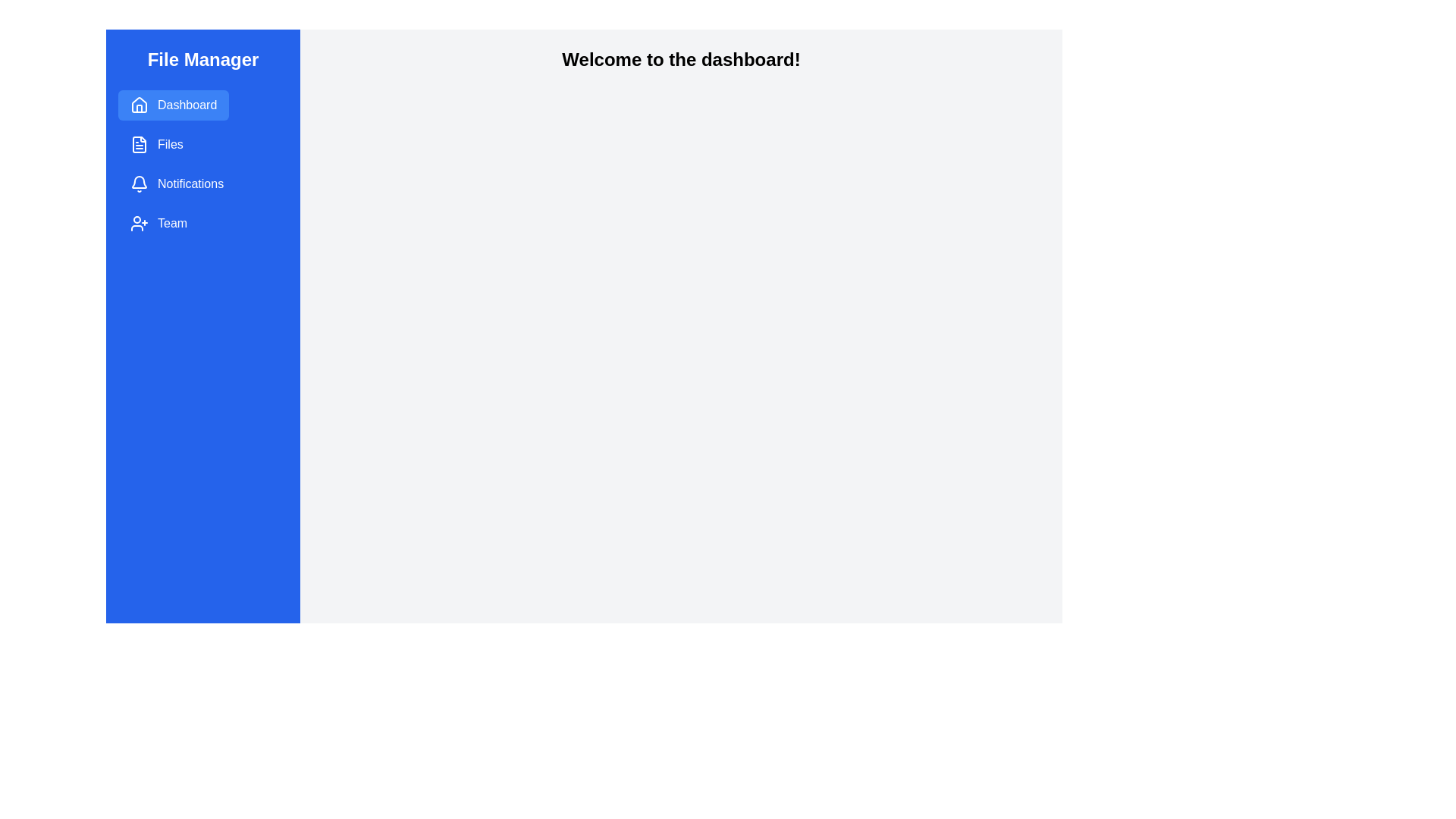 The height and width of the screenshot is (819, 1456). What do you see at coordinates (139, 184) in the screenshot?
I see `the bell icon with a thin outline in white color on a blue background, located to the left of the 'Notifications' text in the vertical navigation menu` at bounding box center [139, 184].